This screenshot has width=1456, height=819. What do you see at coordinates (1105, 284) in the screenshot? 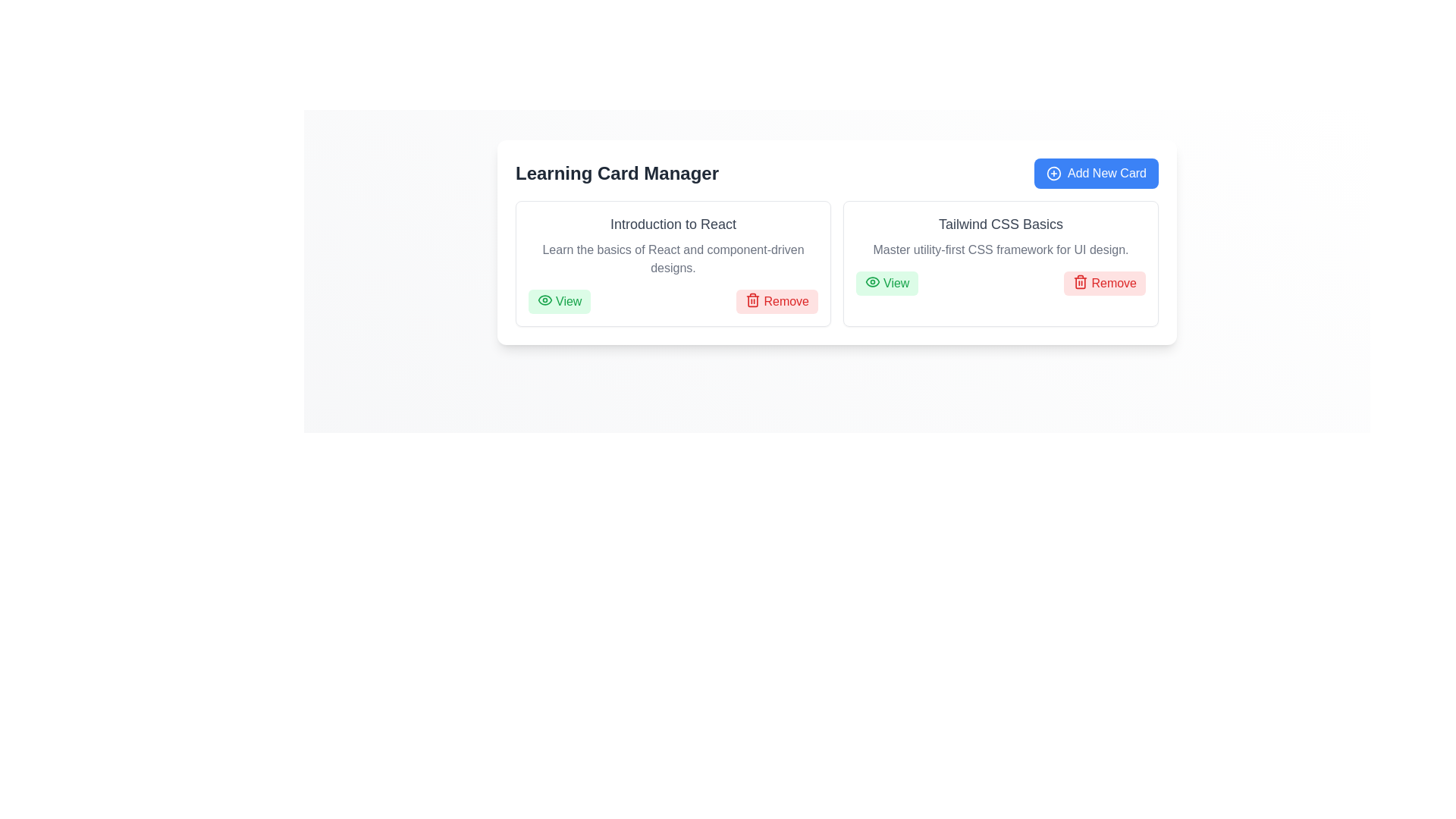
I see `the delete button located in the footer of the 'Tailwind CSS Basics' card, positioned to the right of the 'View' button, to observe the hover effect` at bounding box center [1105, 284].